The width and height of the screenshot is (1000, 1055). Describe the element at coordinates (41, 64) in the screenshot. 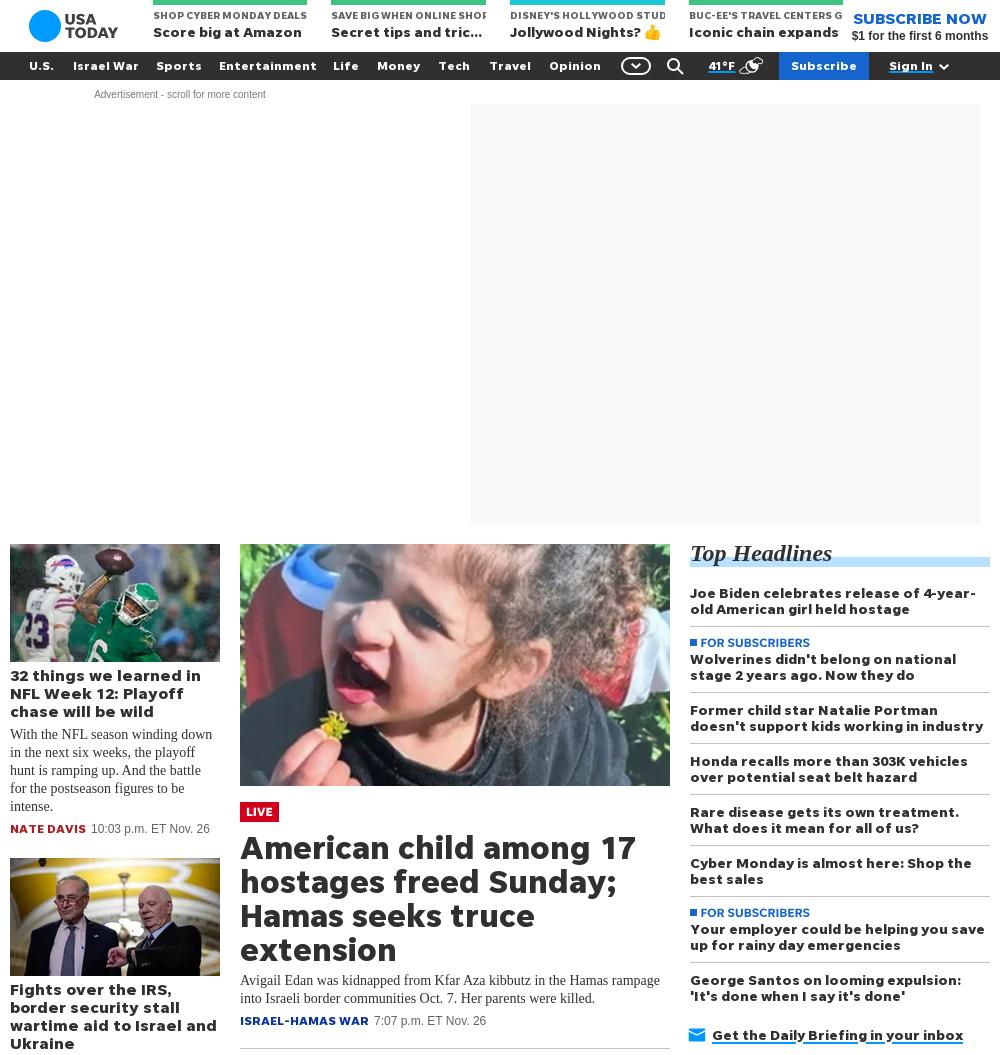

I see `'U.S.'` at that location.